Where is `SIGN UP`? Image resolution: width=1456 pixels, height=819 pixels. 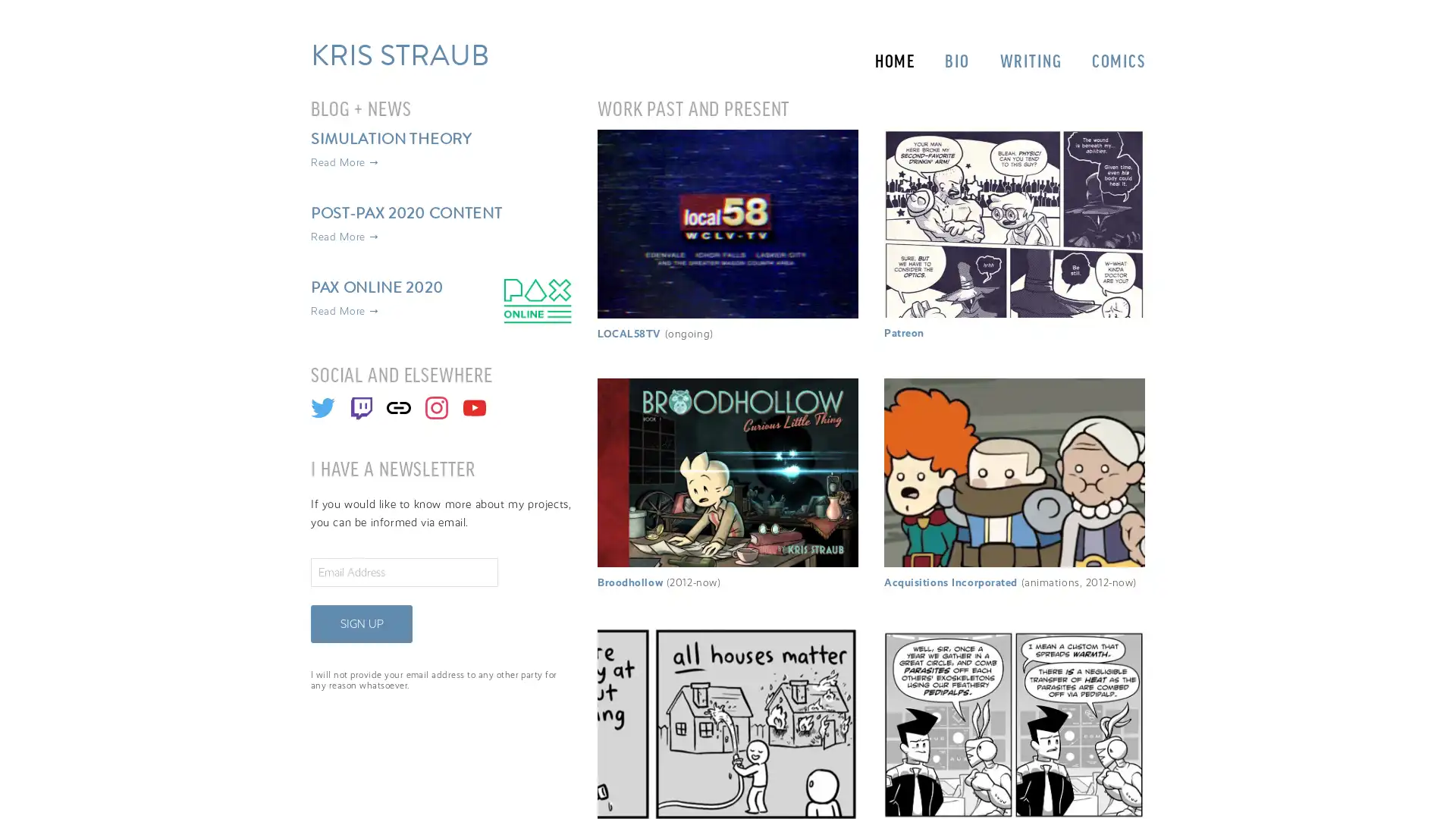
SIGN UP is located at coordinates (360, 623).